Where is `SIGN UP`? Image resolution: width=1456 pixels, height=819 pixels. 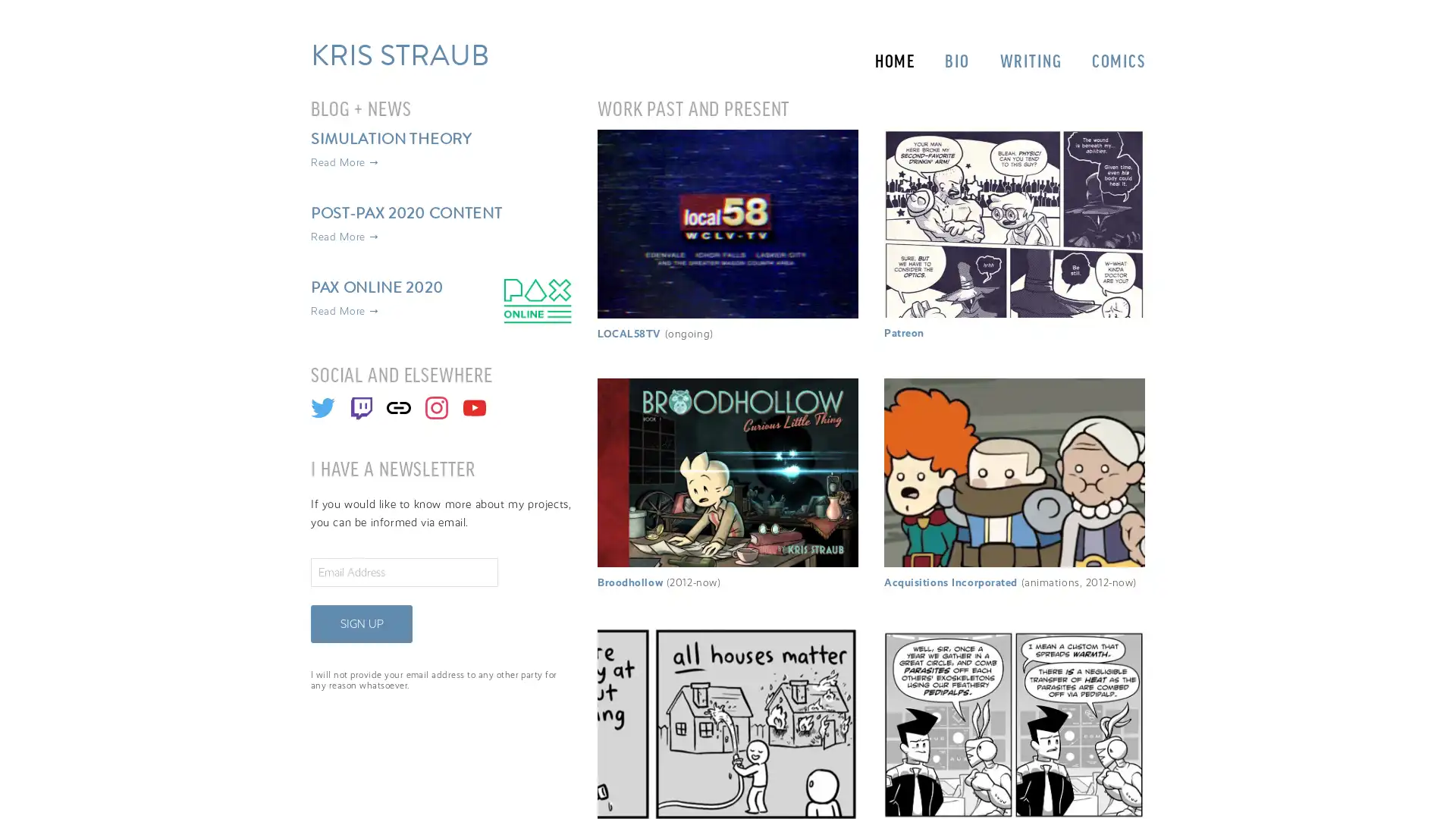
SIGN UP is located at coordinates (360, 623).